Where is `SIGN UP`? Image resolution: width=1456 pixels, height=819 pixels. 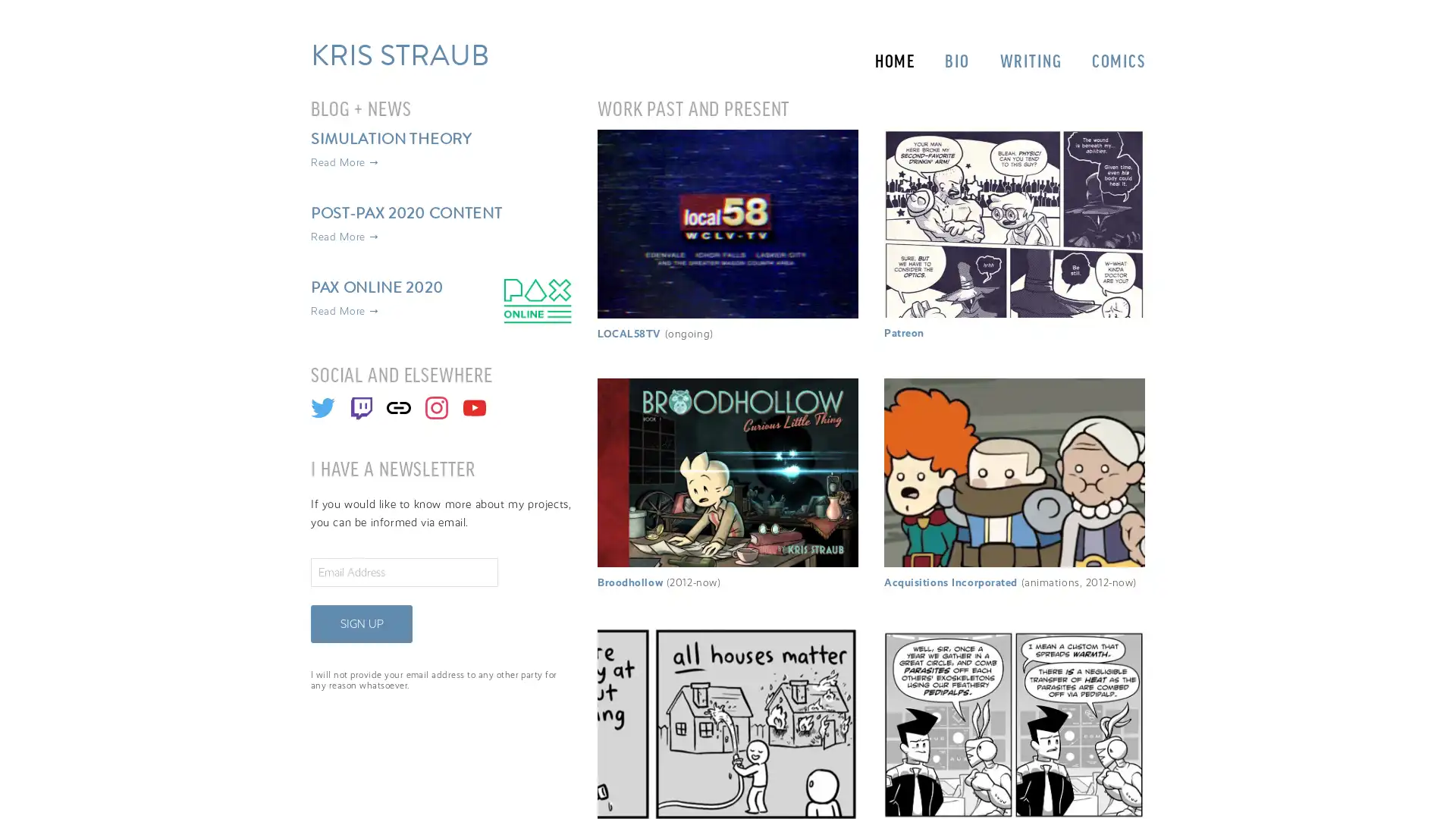
SIGN UP is located at coordinates (360, 623).